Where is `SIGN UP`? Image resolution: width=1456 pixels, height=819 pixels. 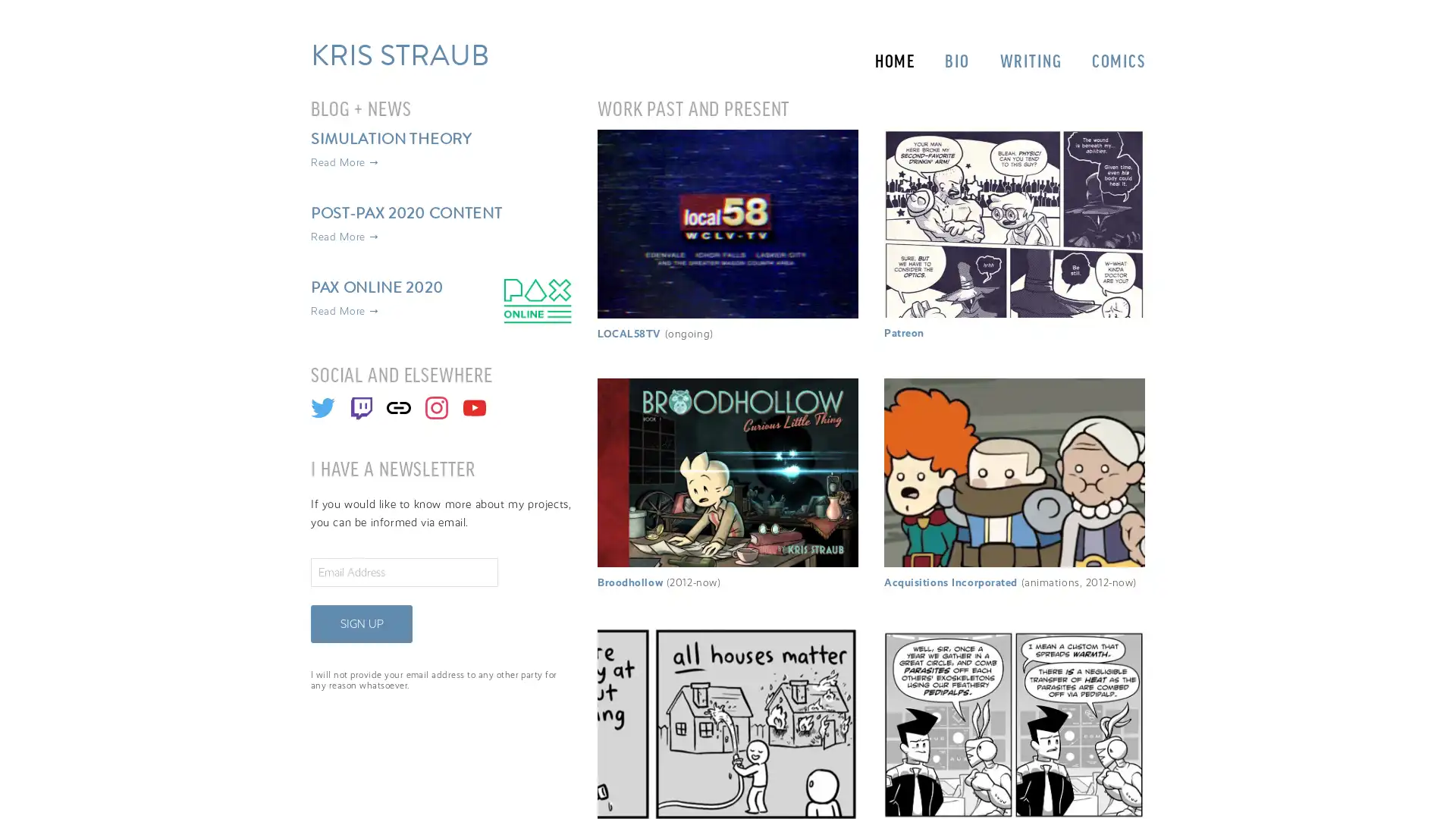
SIGN UP is located at coordinates (360, 623).